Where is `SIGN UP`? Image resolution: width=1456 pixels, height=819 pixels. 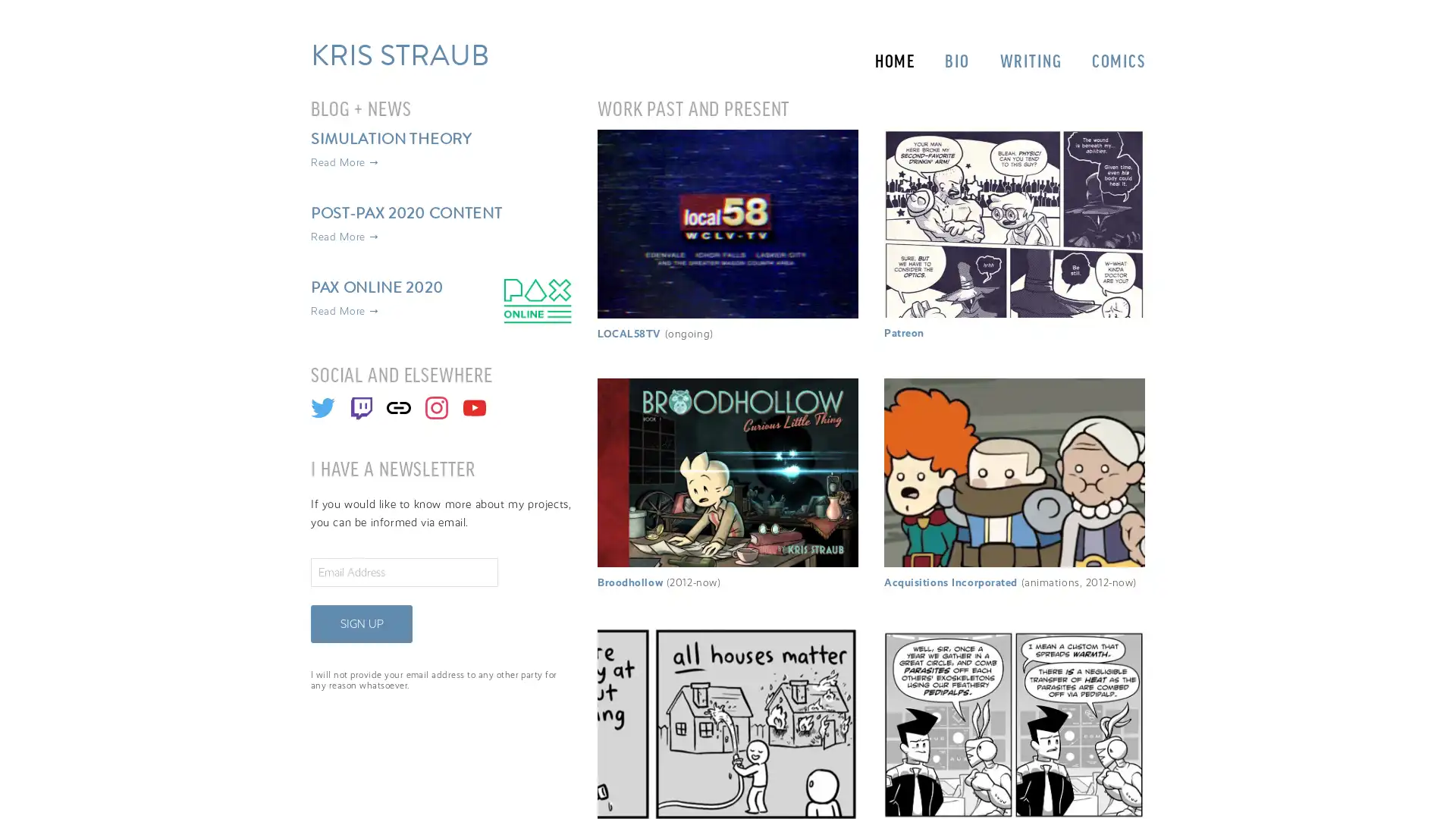
SIGN UP is located at coordinates (360, 623).